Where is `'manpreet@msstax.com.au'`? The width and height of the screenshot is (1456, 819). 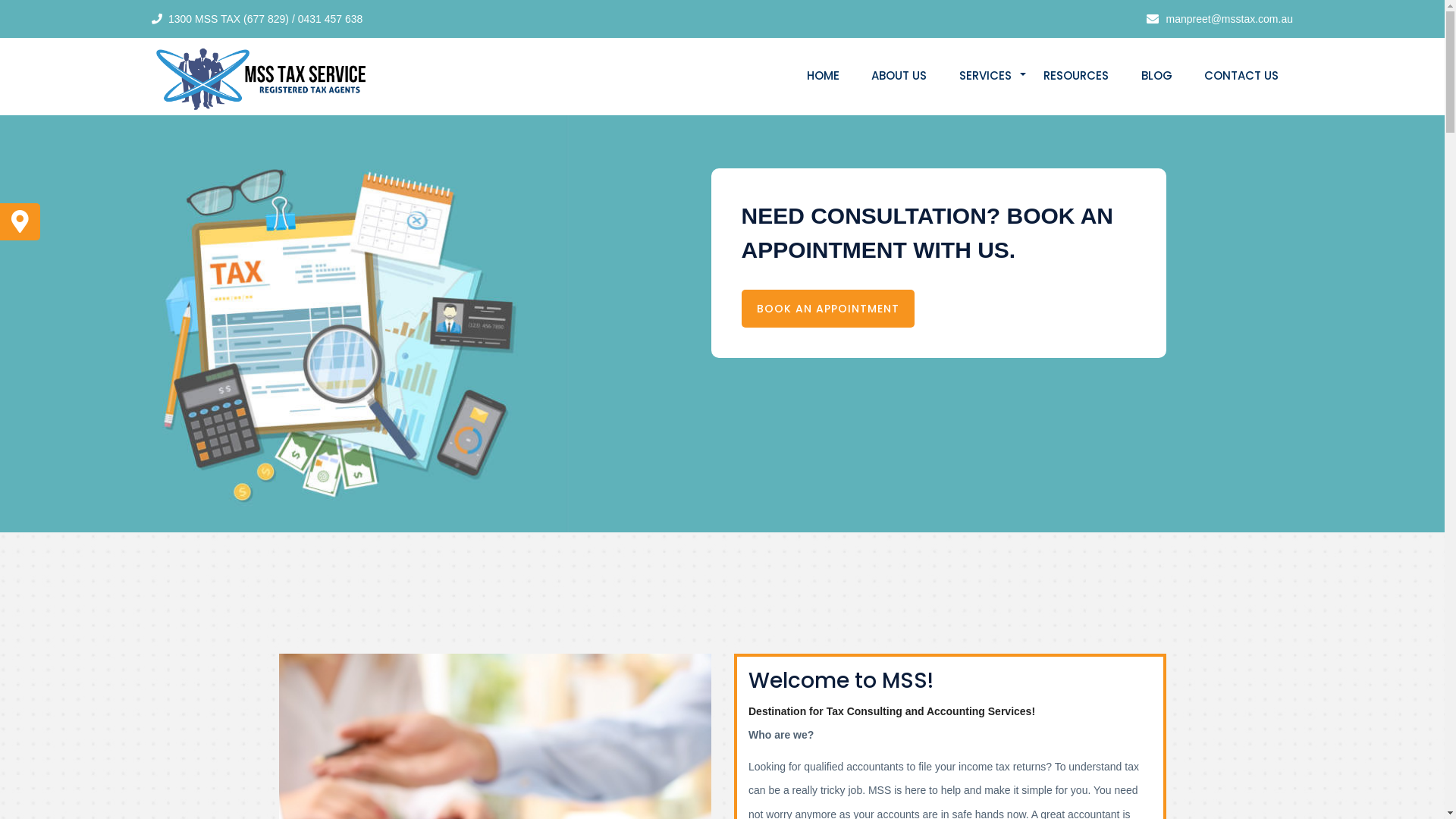 'manpreet@msstax.com.au' is located at coordinates (1157, 18).